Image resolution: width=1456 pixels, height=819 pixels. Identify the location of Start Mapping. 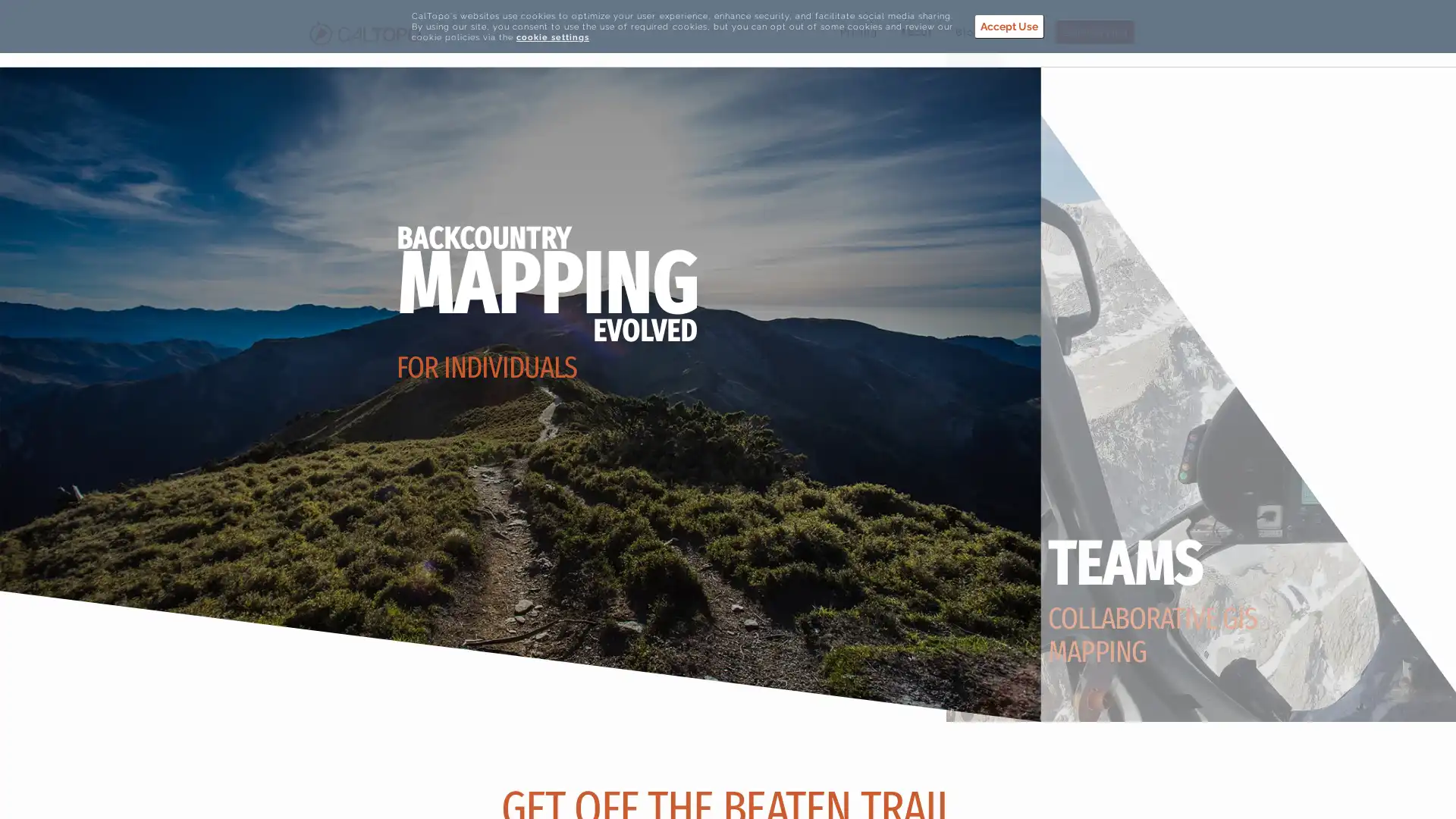
(1095, 32).